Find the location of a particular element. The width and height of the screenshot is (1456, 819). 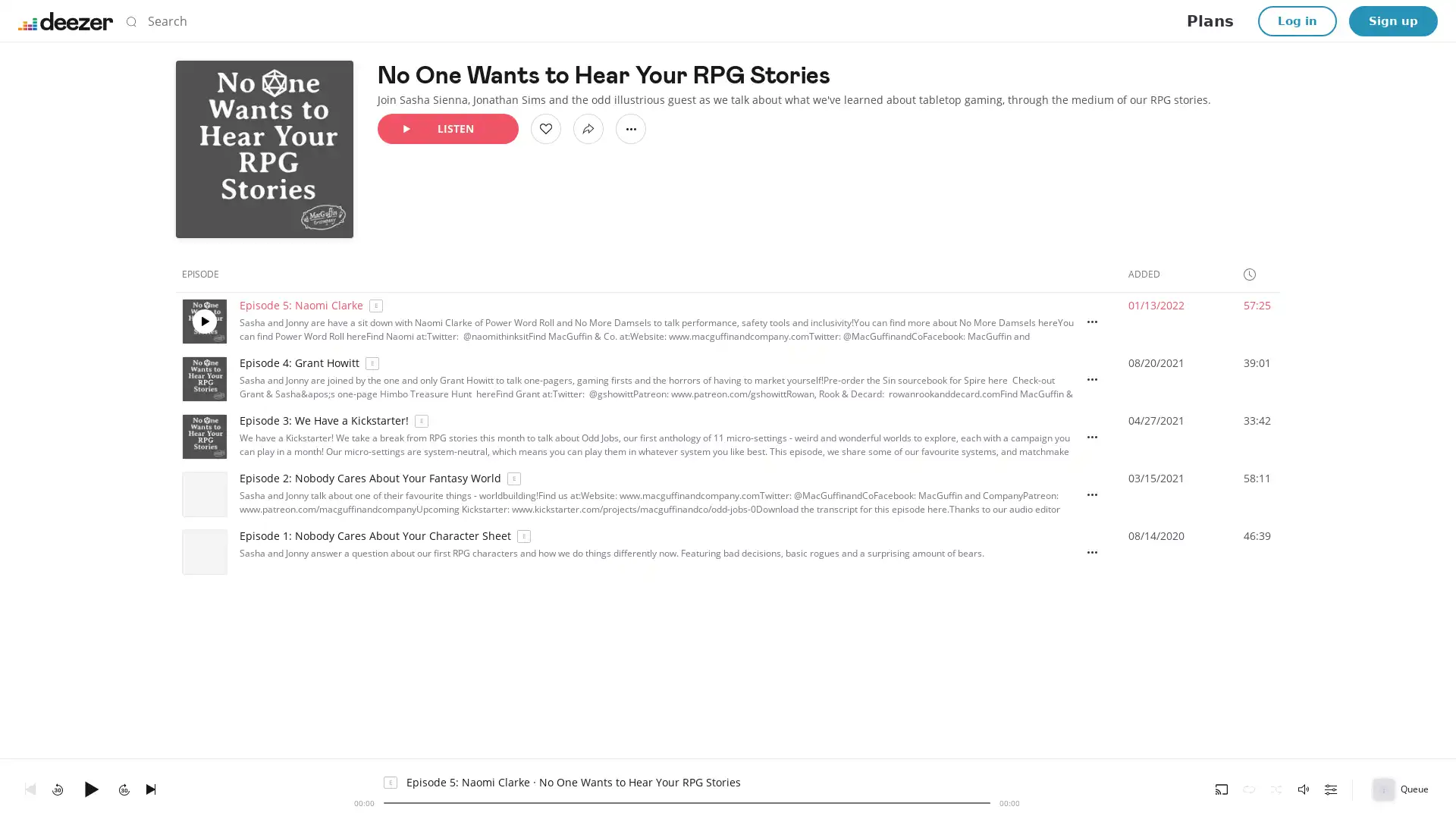

Play Episode 2: Nobody Cares About Your Fantasy World by No One Wants to Hear Your RPG Stories is located at coordinates (203, 494).